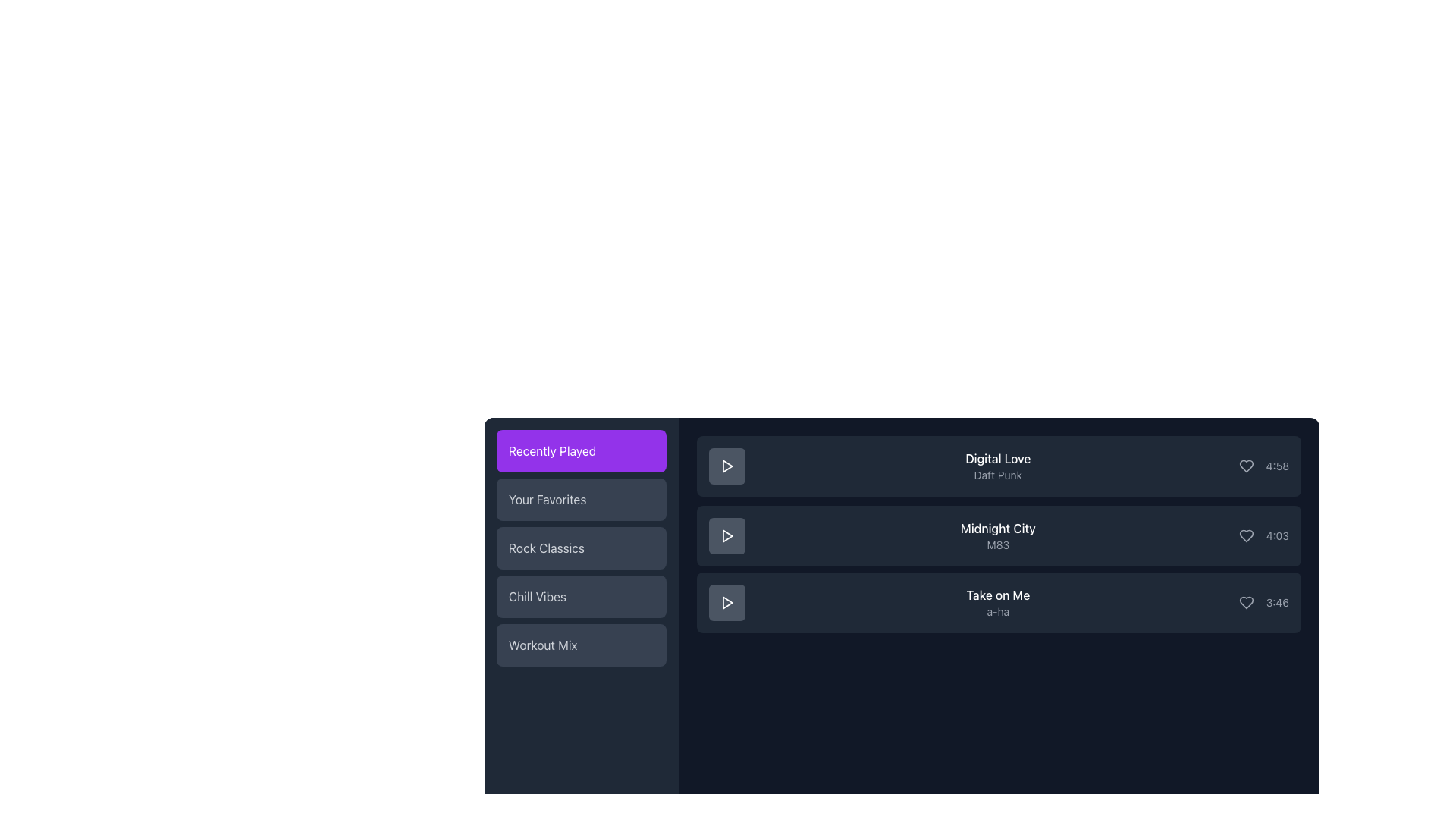  Describe the element at coordinates (999, 465) in the screenshot. I see `the first row item` at that location.